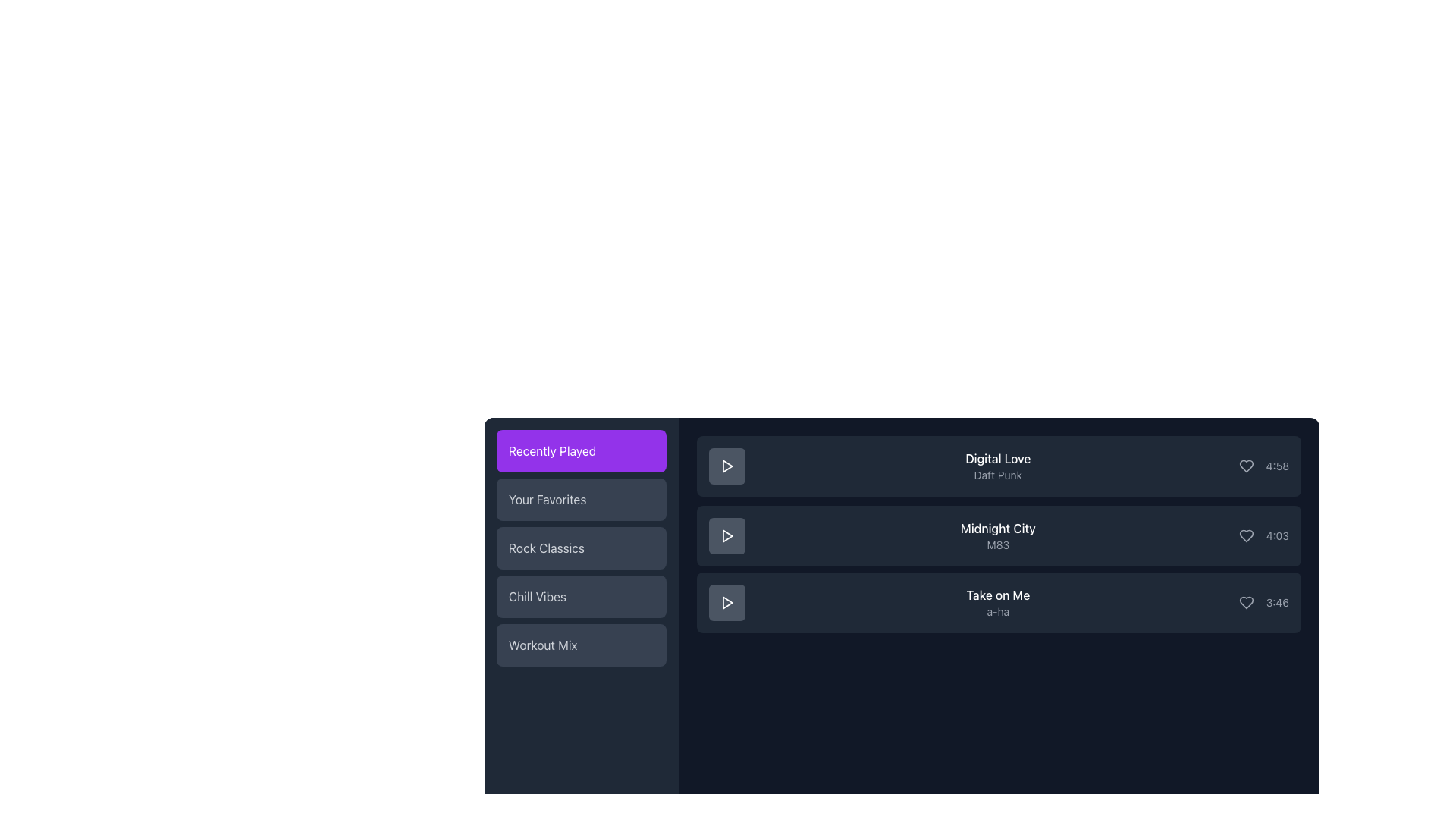  Describe the element at coordinates (999, 465) in the screenshot. I see `the first row item` at that location.